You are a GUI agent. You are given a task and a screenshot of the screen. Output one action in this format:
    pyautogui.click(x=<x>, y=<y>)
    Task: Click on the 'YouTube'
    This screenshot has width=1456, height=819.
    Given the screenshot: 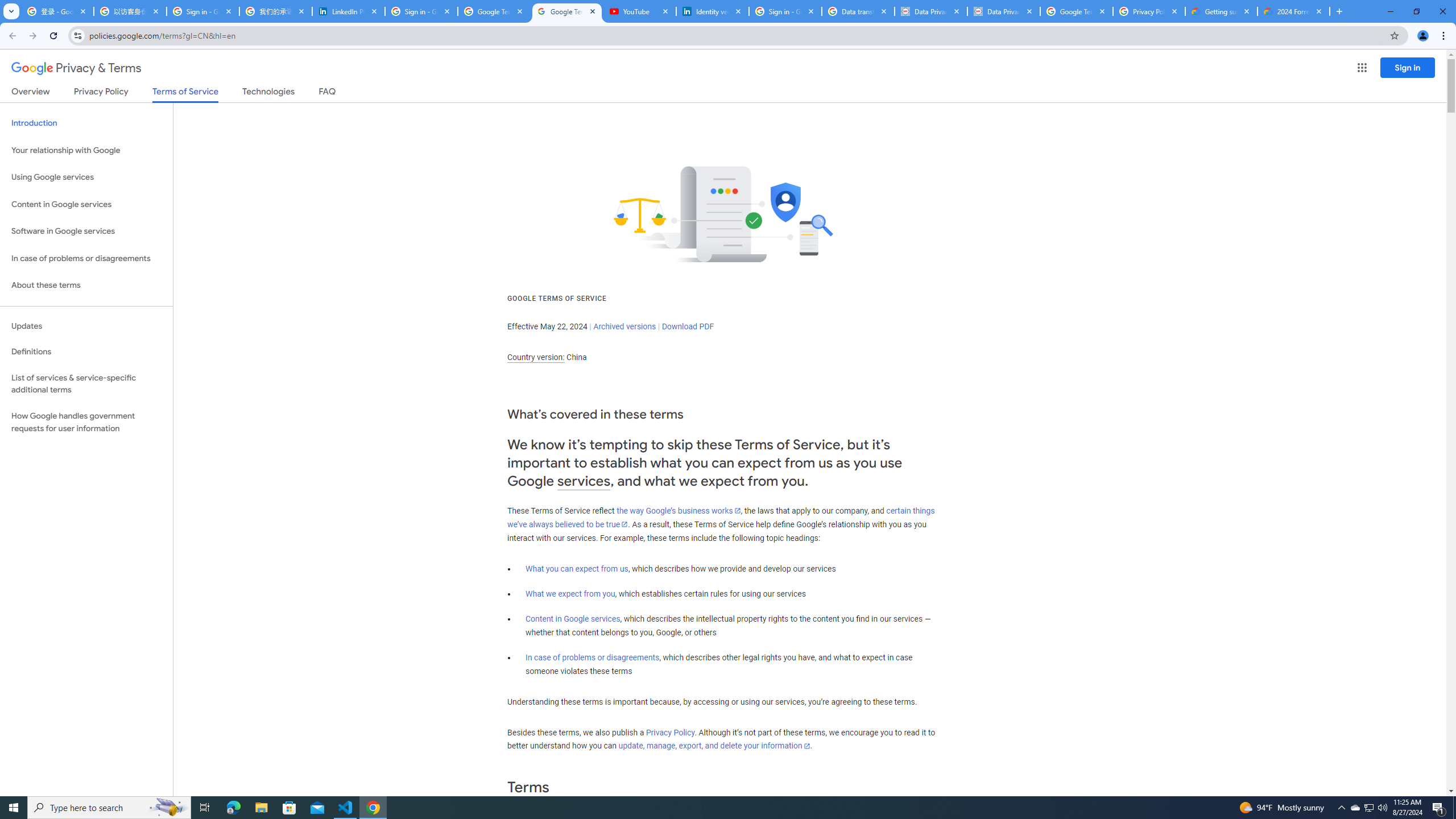 What is the action you would take?
    pyautogui.click(x=640, y=11)
    